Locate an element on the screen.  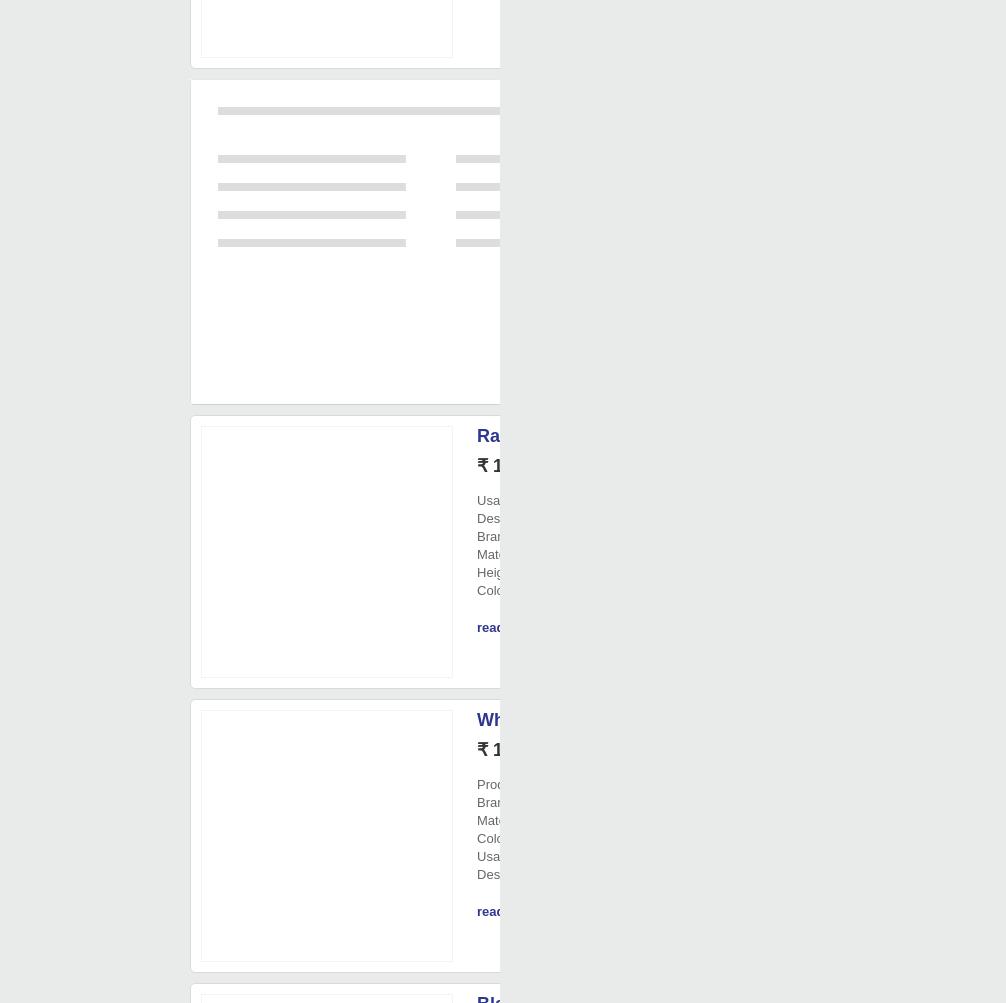
':  Jaygee' is located at coordinates (511, 535).